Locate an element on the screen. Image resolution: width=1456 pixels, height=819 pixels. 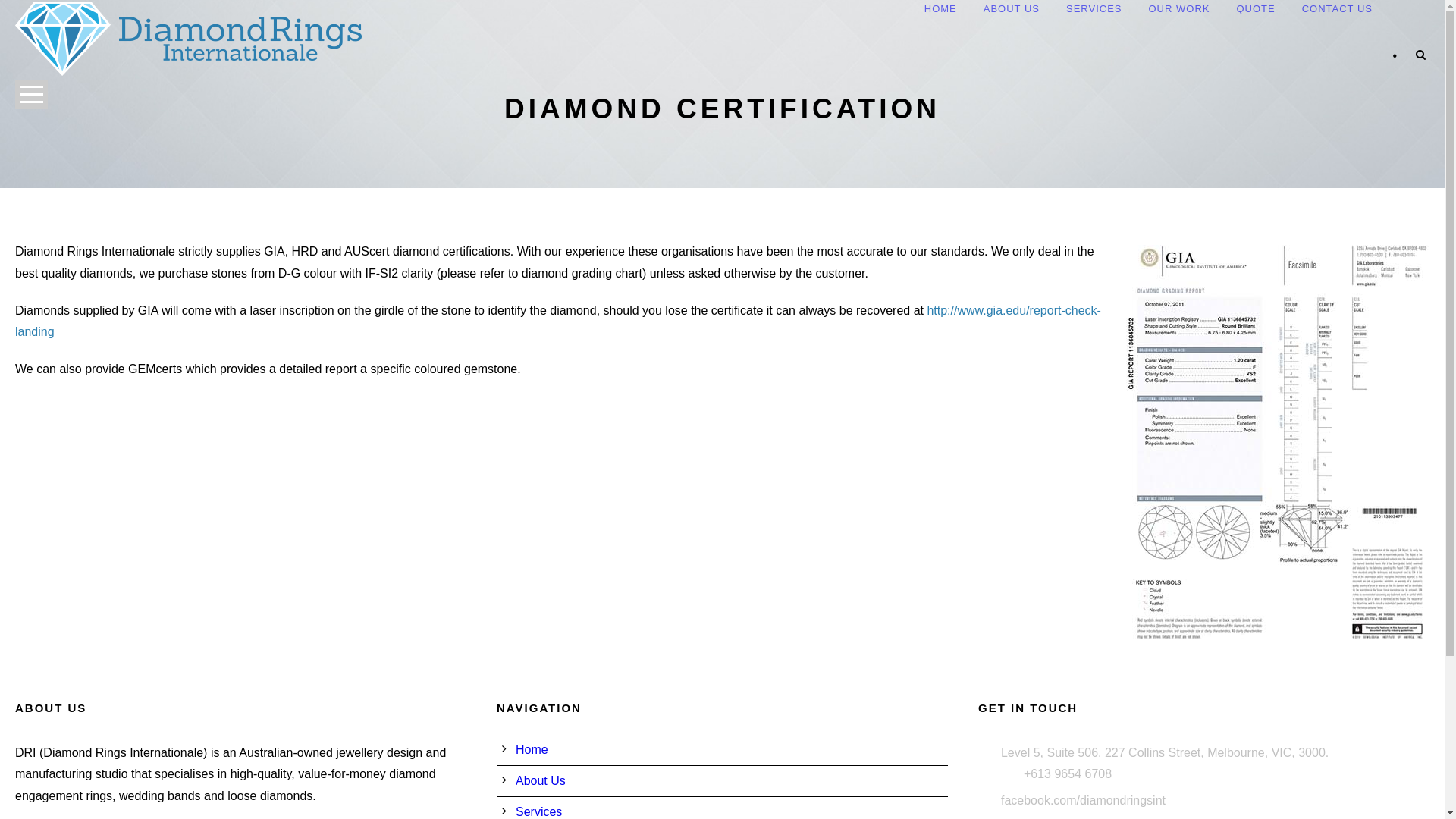
'ABOUT US' is located at coordinates (983, 10).